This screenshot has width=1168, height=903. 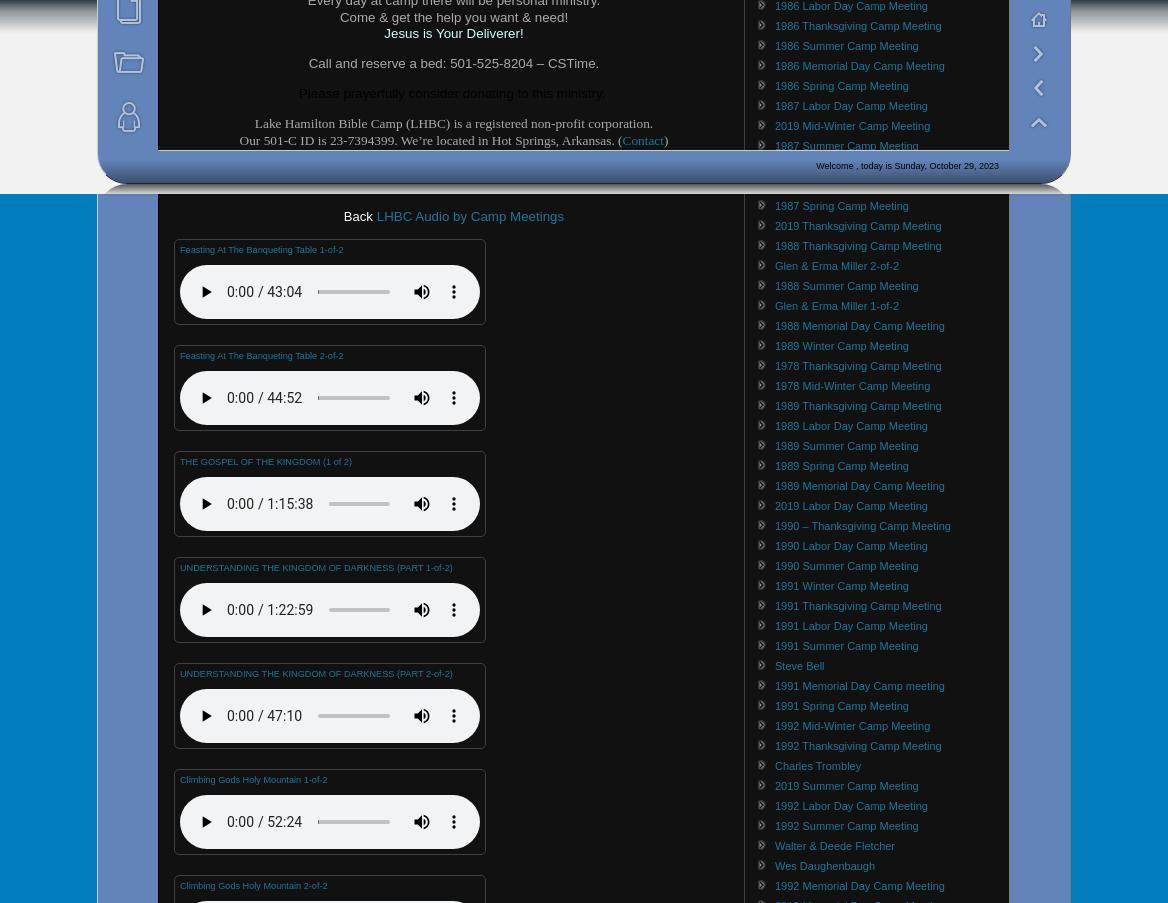 What do you see at coordinates (350, 216) in the screenshot?
I see `'Ba'` at bounding box center [350, 216].